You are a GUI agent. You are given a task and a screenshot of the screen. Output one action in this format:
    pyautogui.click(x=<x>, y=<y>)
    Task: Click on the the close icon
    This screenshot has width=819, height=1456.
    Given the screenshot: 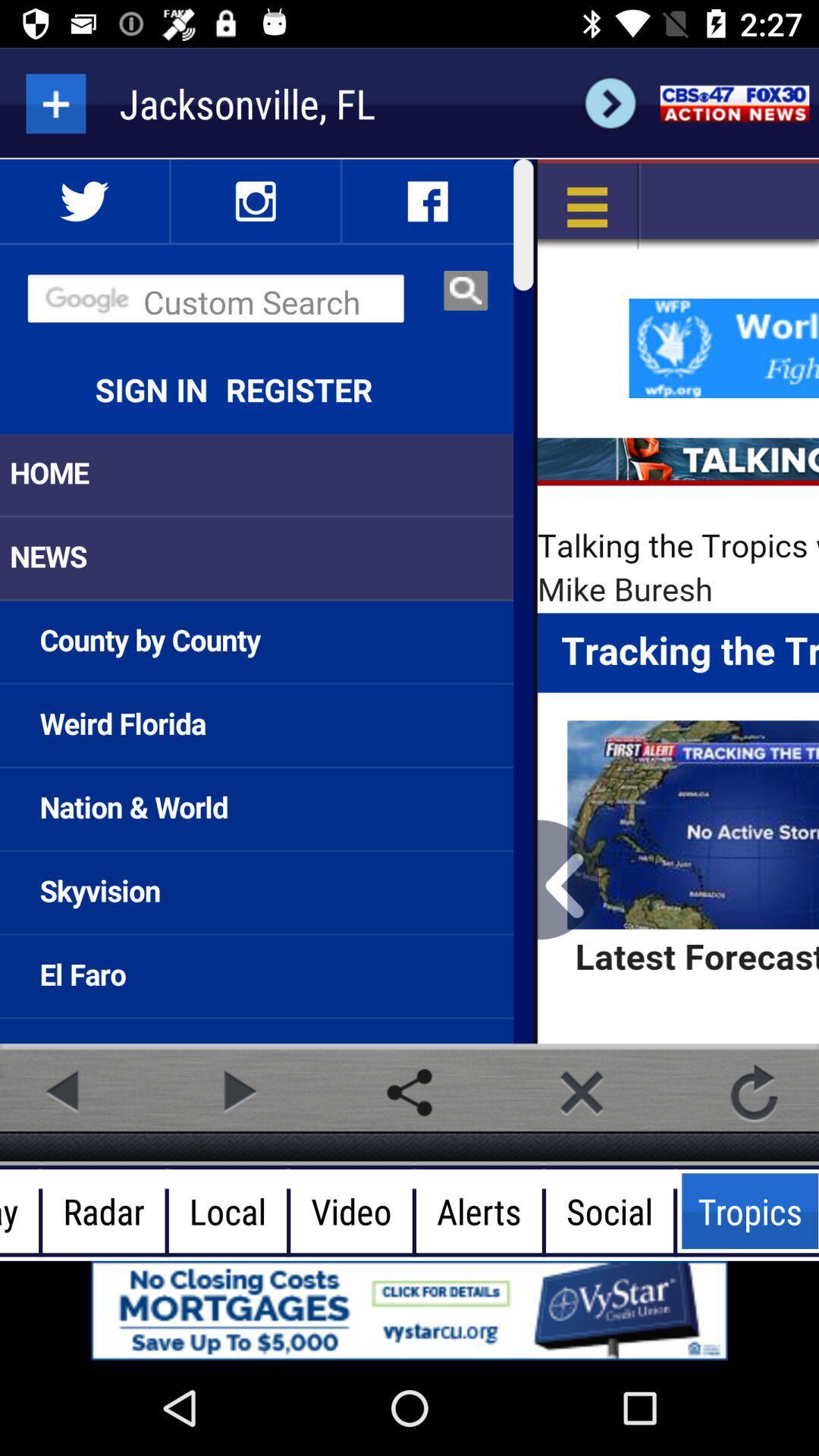 What is the action you would take?
    pyautogui.click(x=581, y=1092)
    